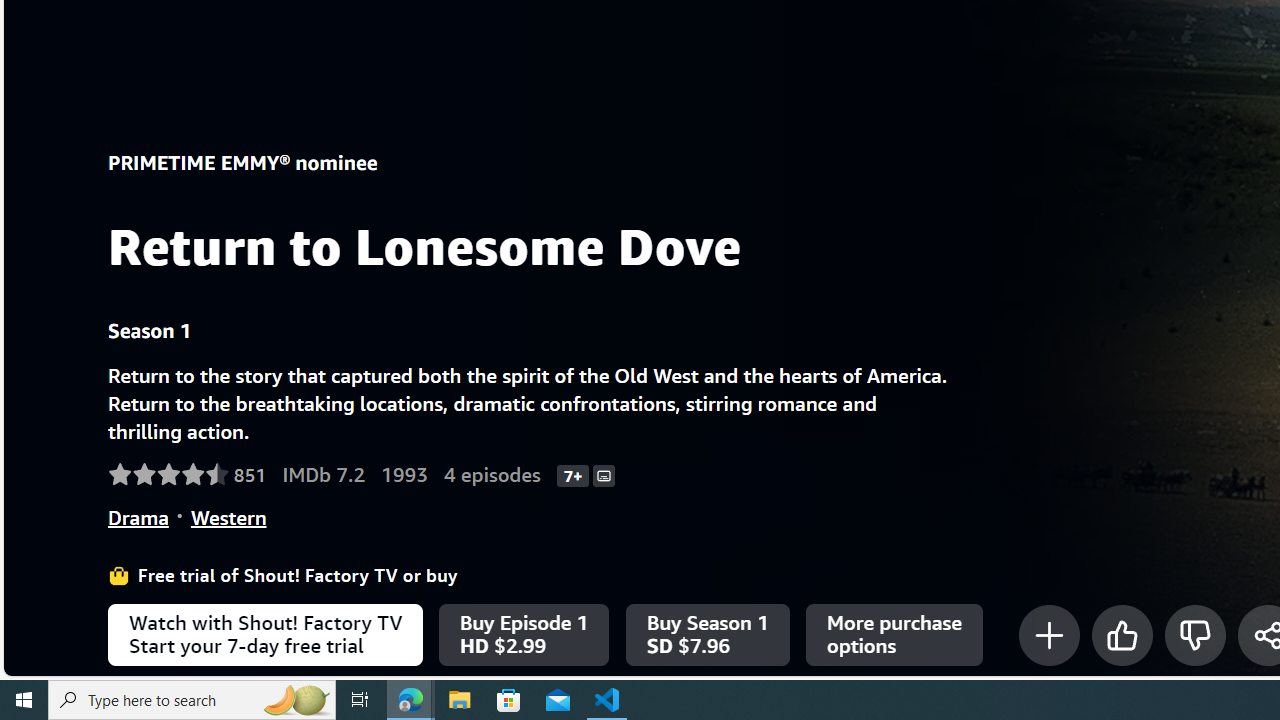 This screenshot has height=720, width=1280. I want to click on 'Buy Episode 1 HD $2.99', so click(524, 635).